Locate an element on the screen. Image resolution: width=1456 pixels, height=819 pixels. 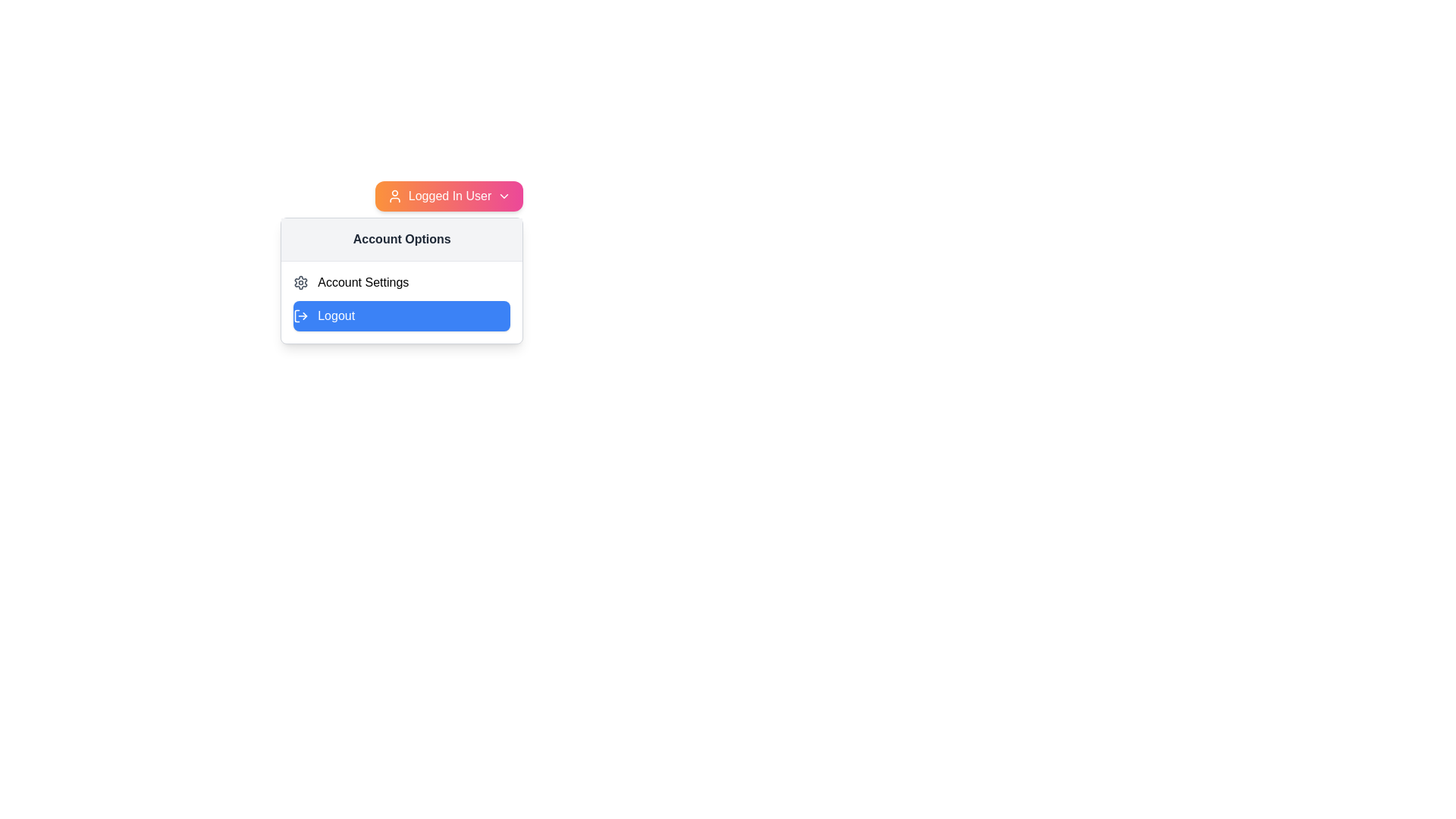
the 'Account Settings' text label in the dropdown menu is located at coordinates (362, 283).